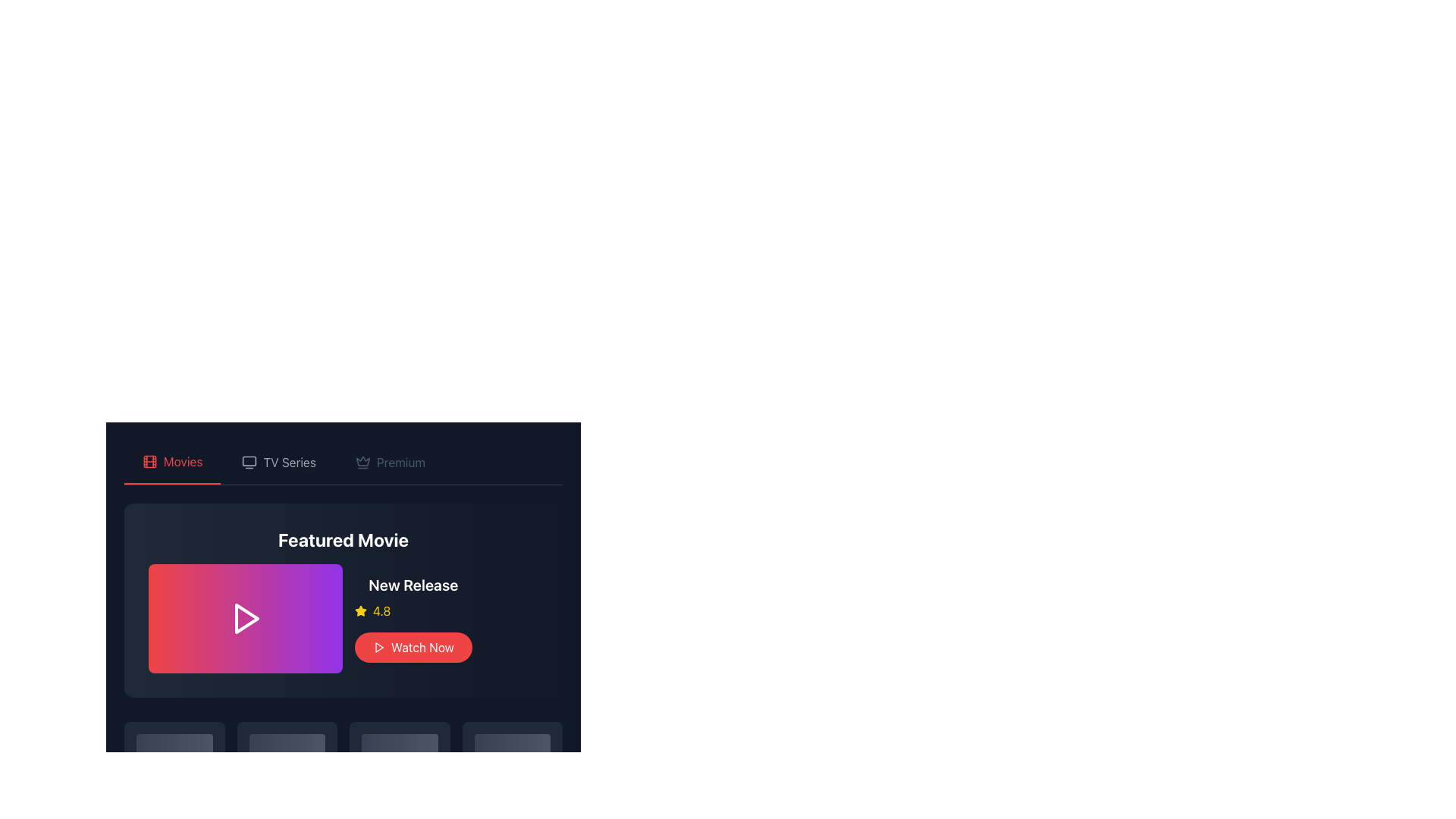  What do you see at coordinates (390, 461) in the screenshot?
I see `the 'Premium' button in the navigation menu, which is labeled with a crown icon and styled with gray text, indicating it is currently disabled` at bounding box center [390, 461].